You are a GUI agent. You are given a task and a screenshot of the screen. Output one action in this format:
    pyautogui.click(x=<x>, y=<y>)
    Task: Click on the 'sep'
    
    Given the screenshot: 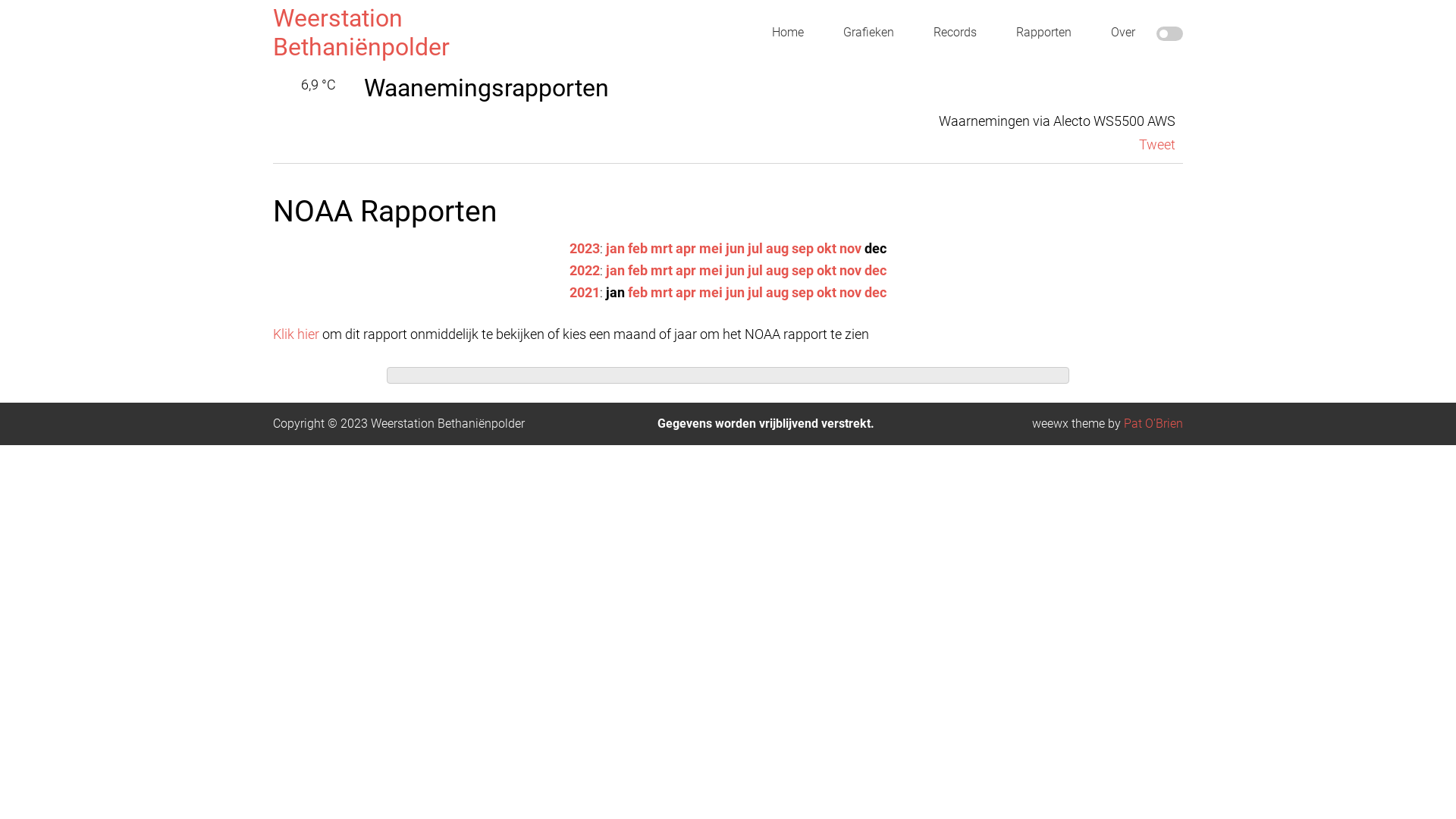 What is the action you would take?
    pyautogui.click(x=790, y=247)
    